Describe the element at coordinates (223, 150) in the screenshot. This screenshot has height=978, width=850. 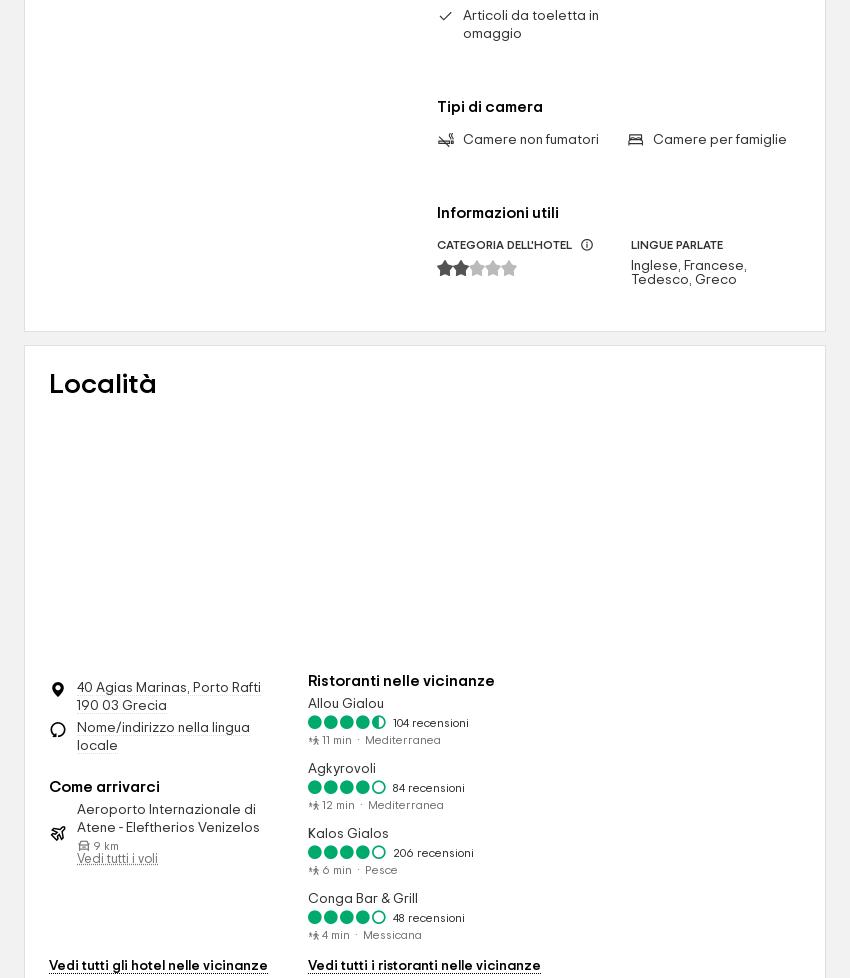
I see `'Il Kiani Akti non vede l'ora di darti il benvenuto a Porto Rafti. Il comfort e la soddisfazione dei viaggiatori sono garantiti.'` at that location.